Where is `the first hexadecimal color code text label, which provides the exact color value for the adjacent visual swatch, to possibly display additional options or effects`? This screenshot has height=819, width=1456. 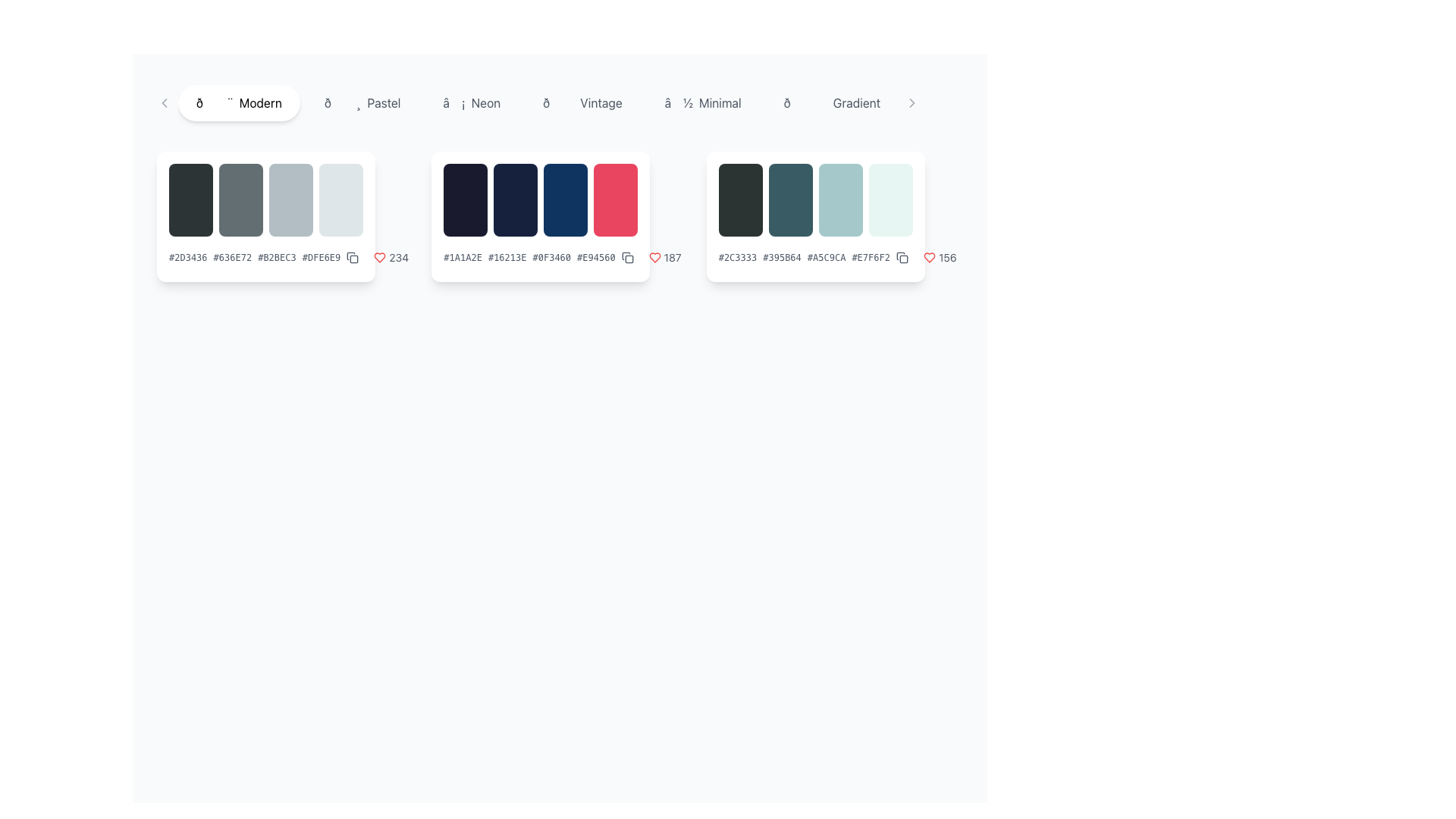
the first hexadecimal color code text label, which provides the exact color value for the adjacent visual swatch, to possibly display additional options or effects is located at coordinates (462, 256).